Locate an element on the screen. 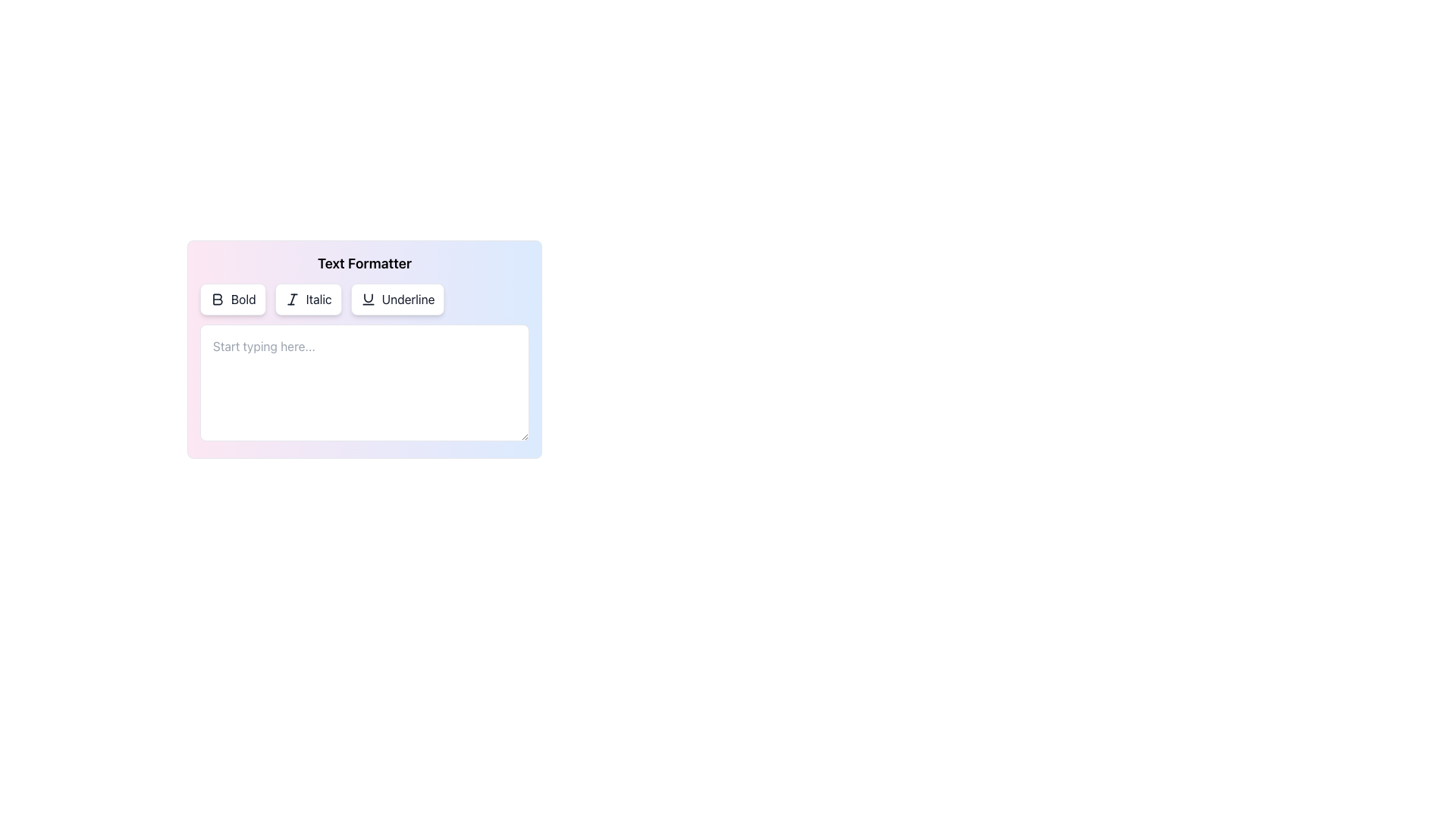 The height and width of the screenshot is (819, 1456). the bold text format icon, which is represented by a stylized letter 'B' and is located within the button labeled 'Bold' on the leftmost side of the formatting options is located at coordinates (217, 299).